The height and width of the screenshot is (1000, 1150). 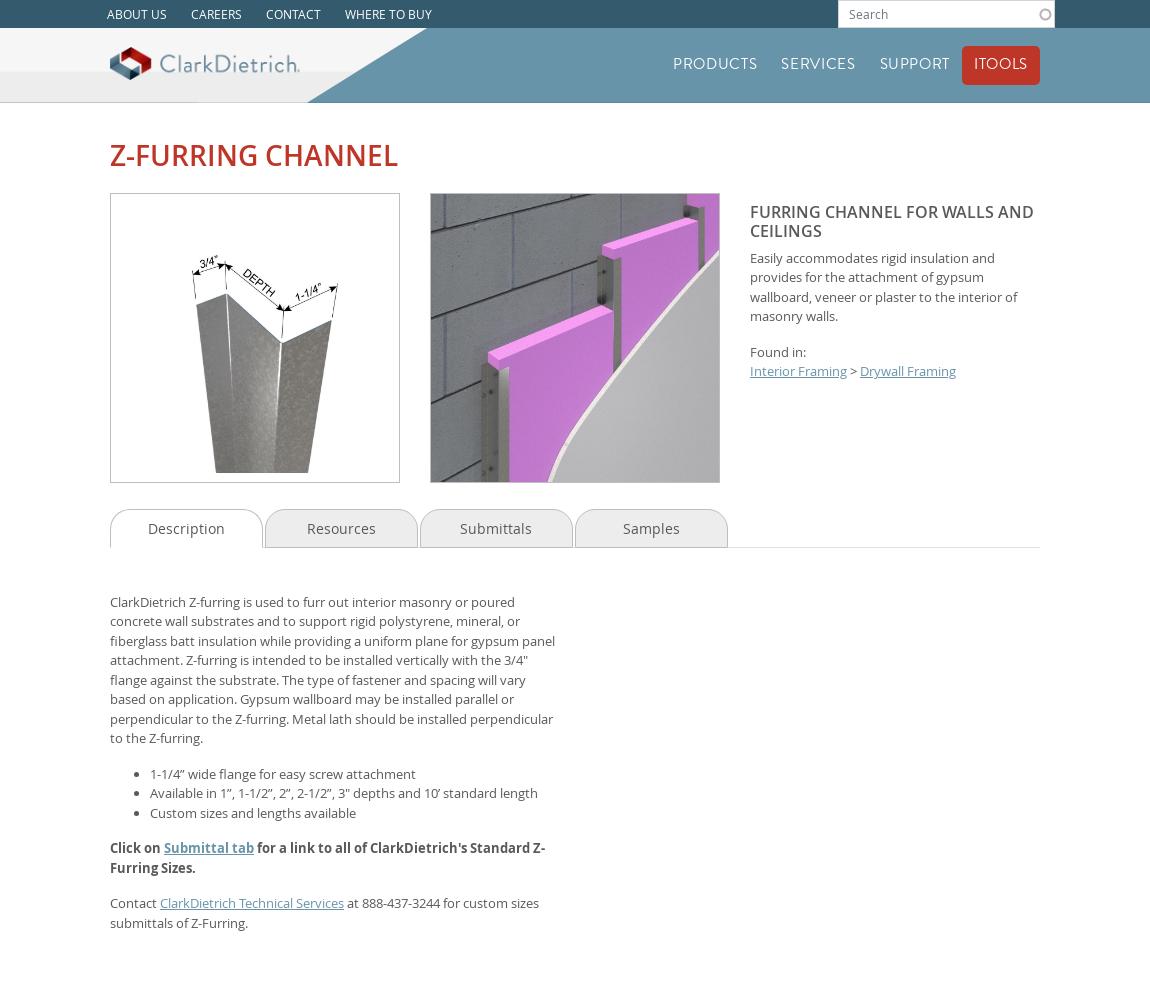 What do you see at coordinates (891, 219) in the screenshot?
I see `'Furring Channel for Walls and Ceilings'` at bounding box center [891, 219].